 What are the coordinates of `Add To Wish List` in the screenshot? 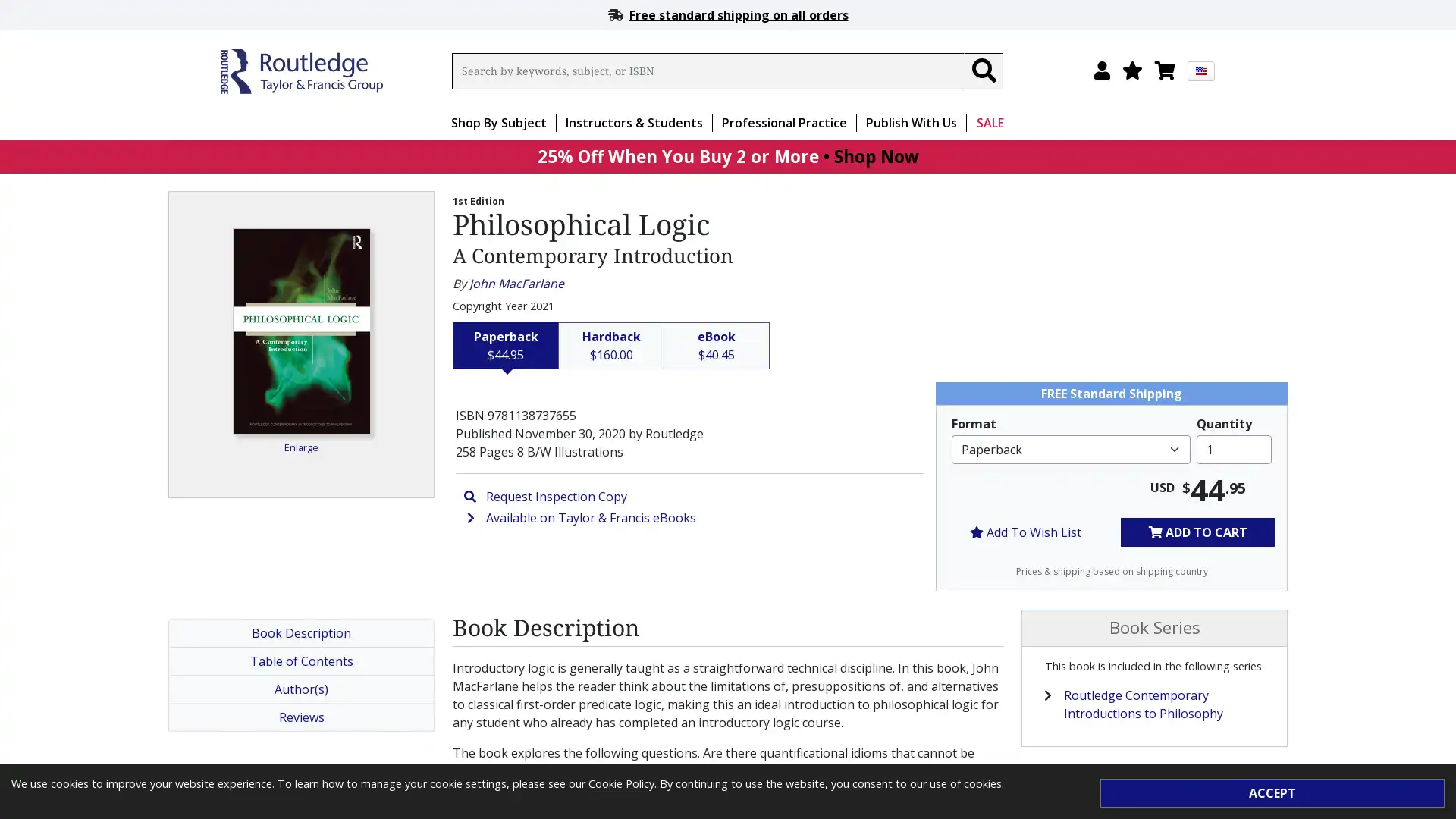 It's located at (1025, 531).